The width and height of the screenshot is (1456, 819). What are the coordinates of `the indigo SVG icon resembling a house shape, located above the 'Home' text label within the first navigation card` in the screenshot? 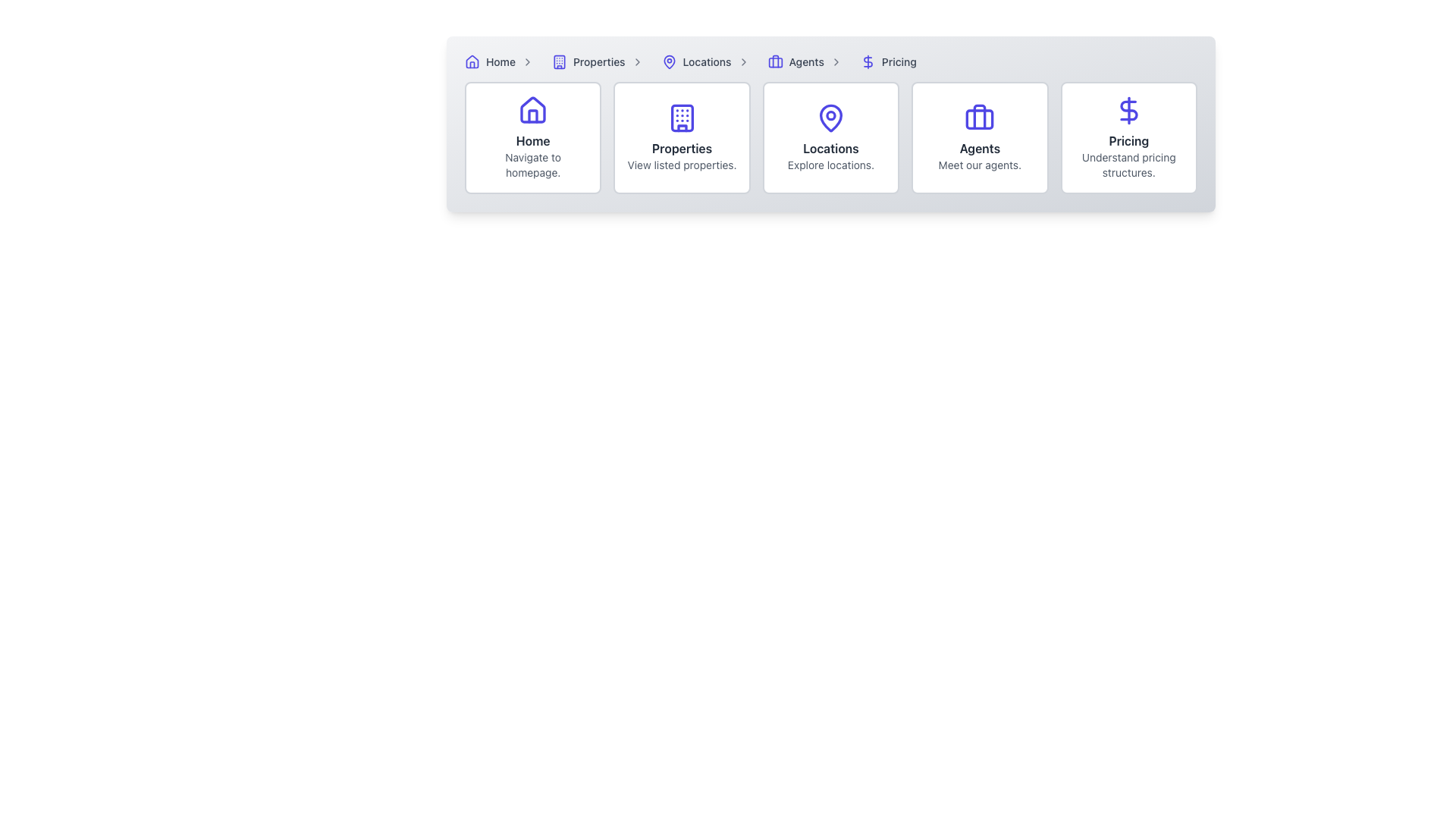 It's located at (533, 110).